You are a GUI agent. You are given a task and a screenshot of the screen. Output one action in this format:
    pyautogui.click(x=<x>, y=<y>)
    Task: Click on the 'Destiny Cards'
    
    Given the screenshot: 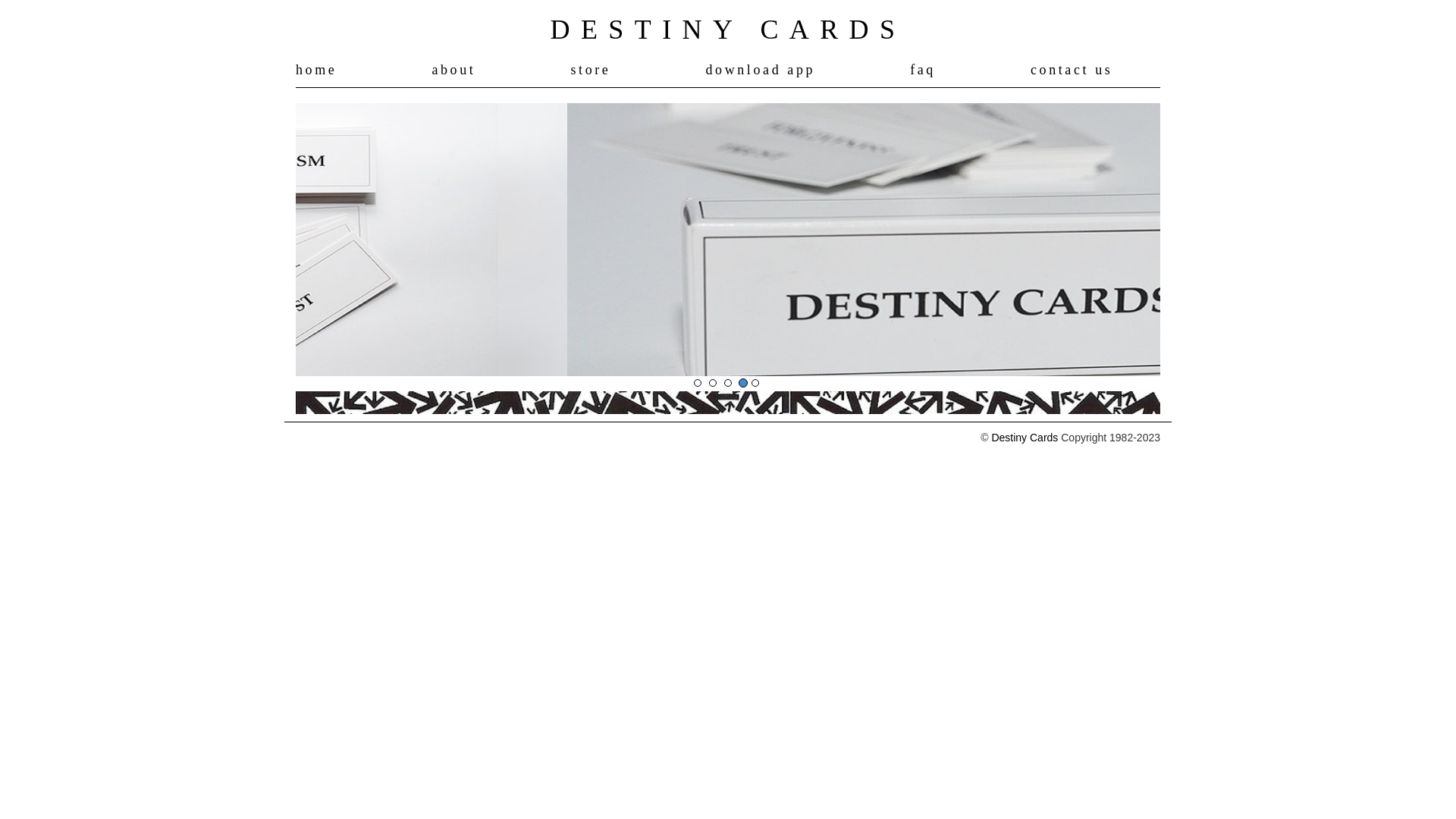 What is the action you would take?
    pyautogui.click(x=1024, y=438)
    